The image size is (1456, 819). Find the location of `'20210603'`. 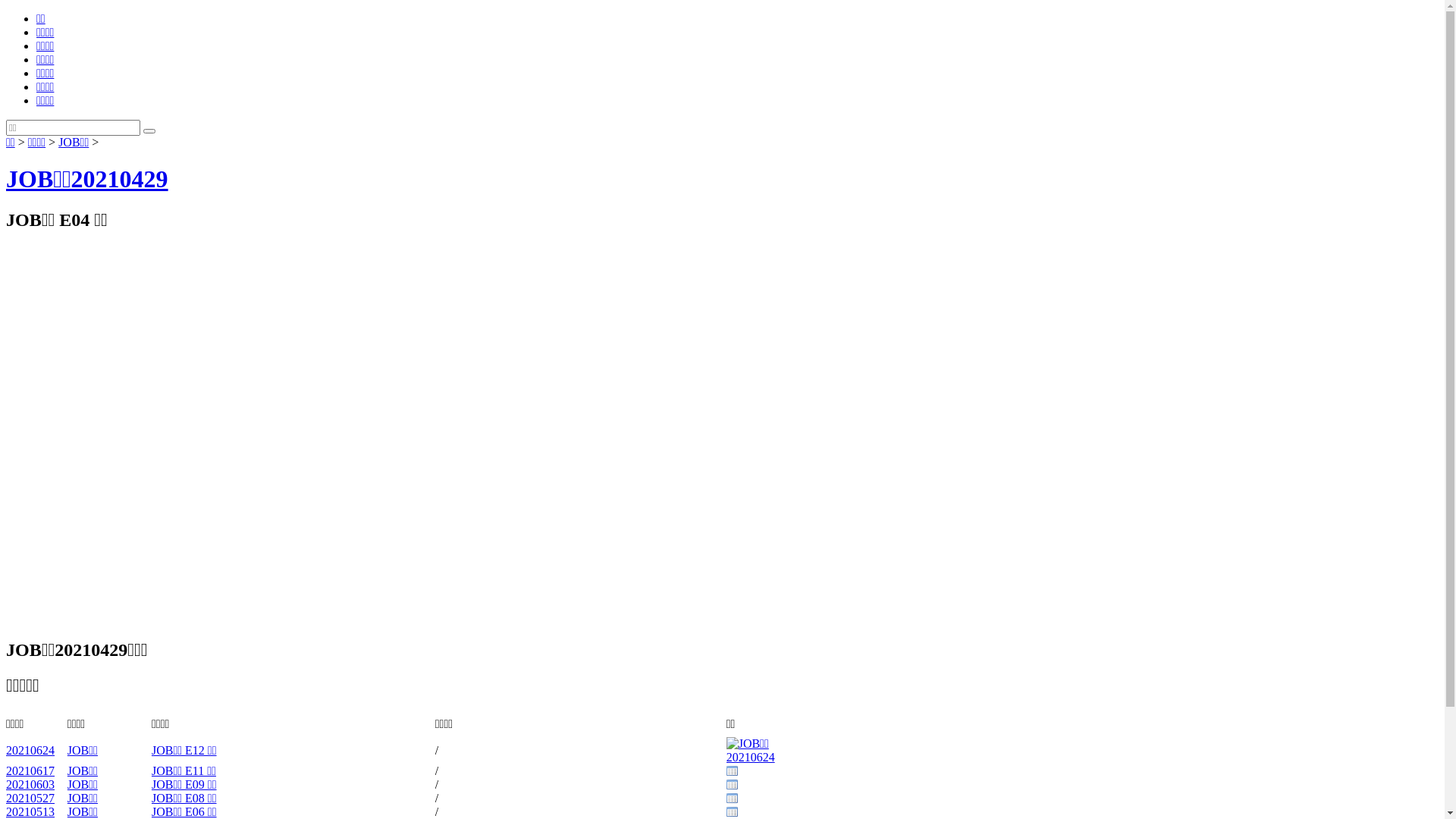

'20210603' is located at coordinates (30, 784).